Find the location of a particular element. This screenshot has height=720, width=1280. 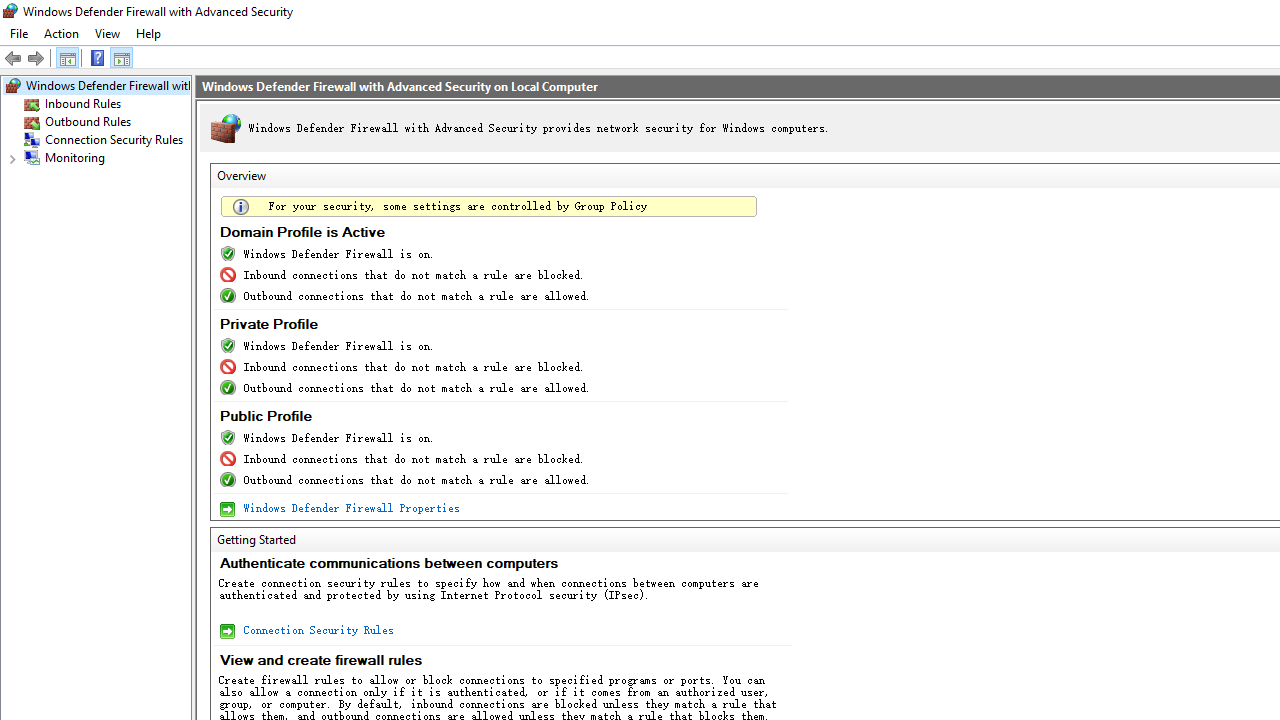

'View' is located at coordinates (106, 33).